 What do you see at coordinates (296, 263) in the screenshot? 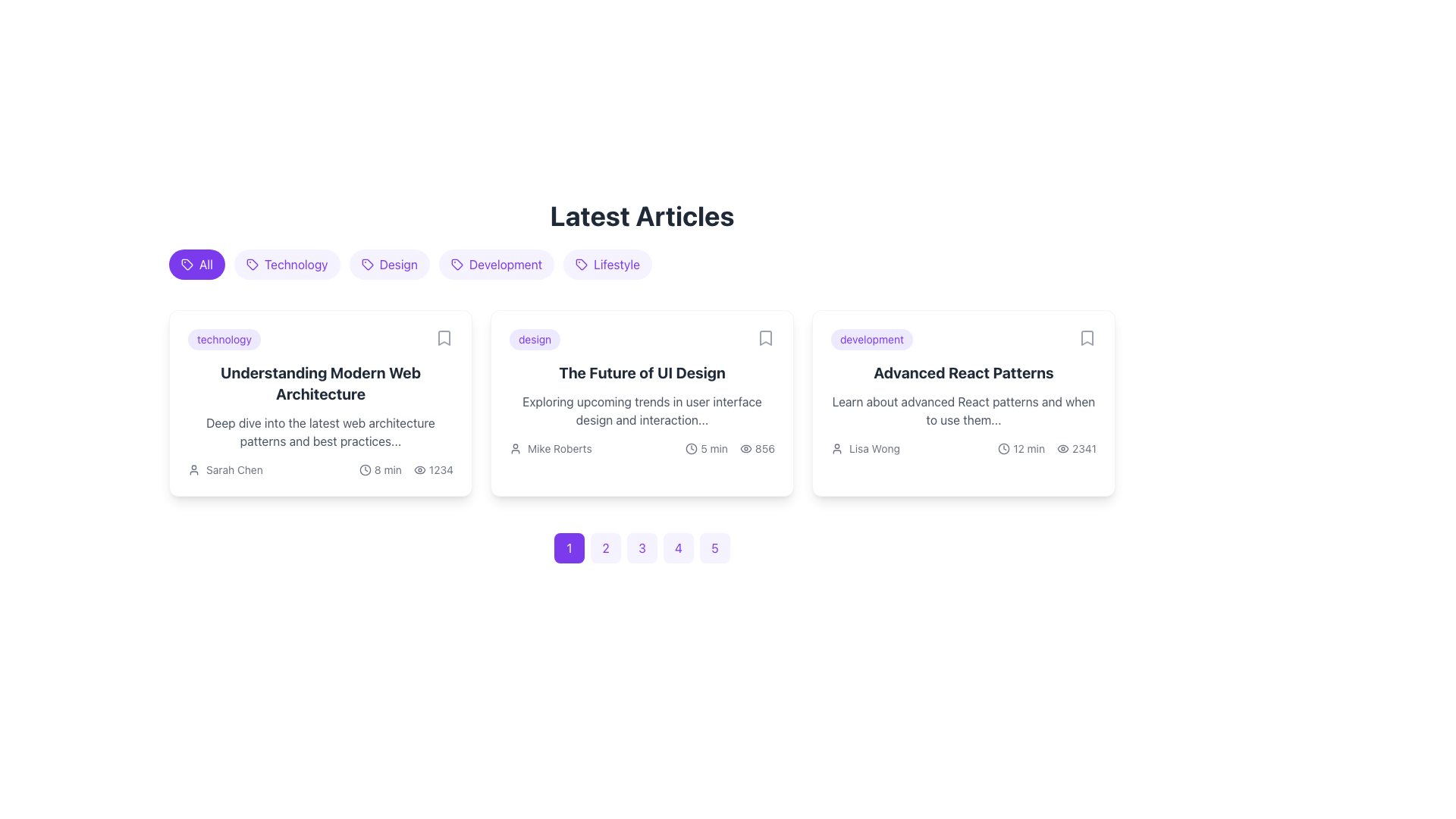
I see `the 'Technology' filter toggle button` at bounding box center [296, 263].